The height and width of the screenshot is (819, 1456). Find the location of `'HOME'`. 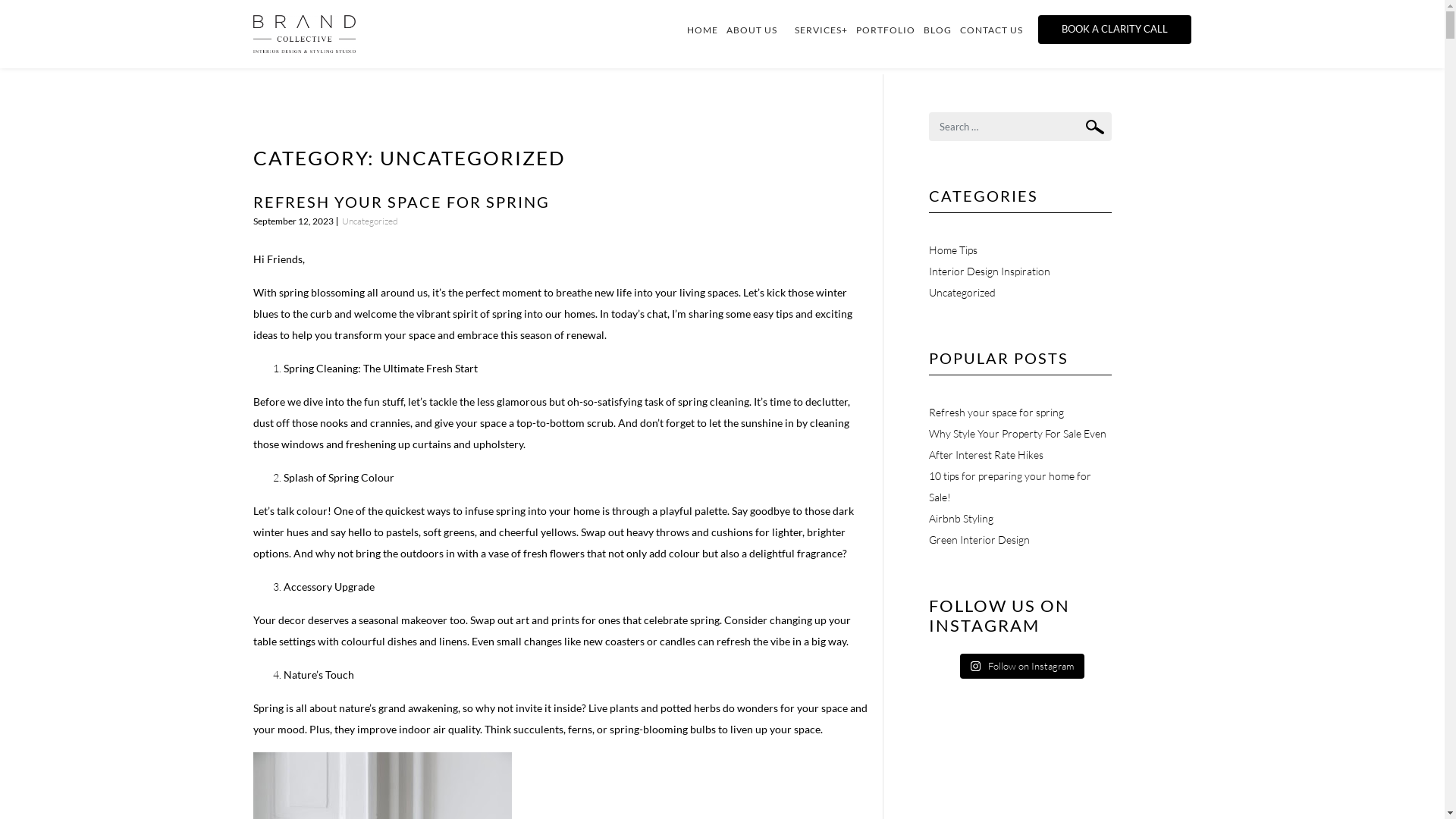

'HOME' is located at coordinates (706, 30).